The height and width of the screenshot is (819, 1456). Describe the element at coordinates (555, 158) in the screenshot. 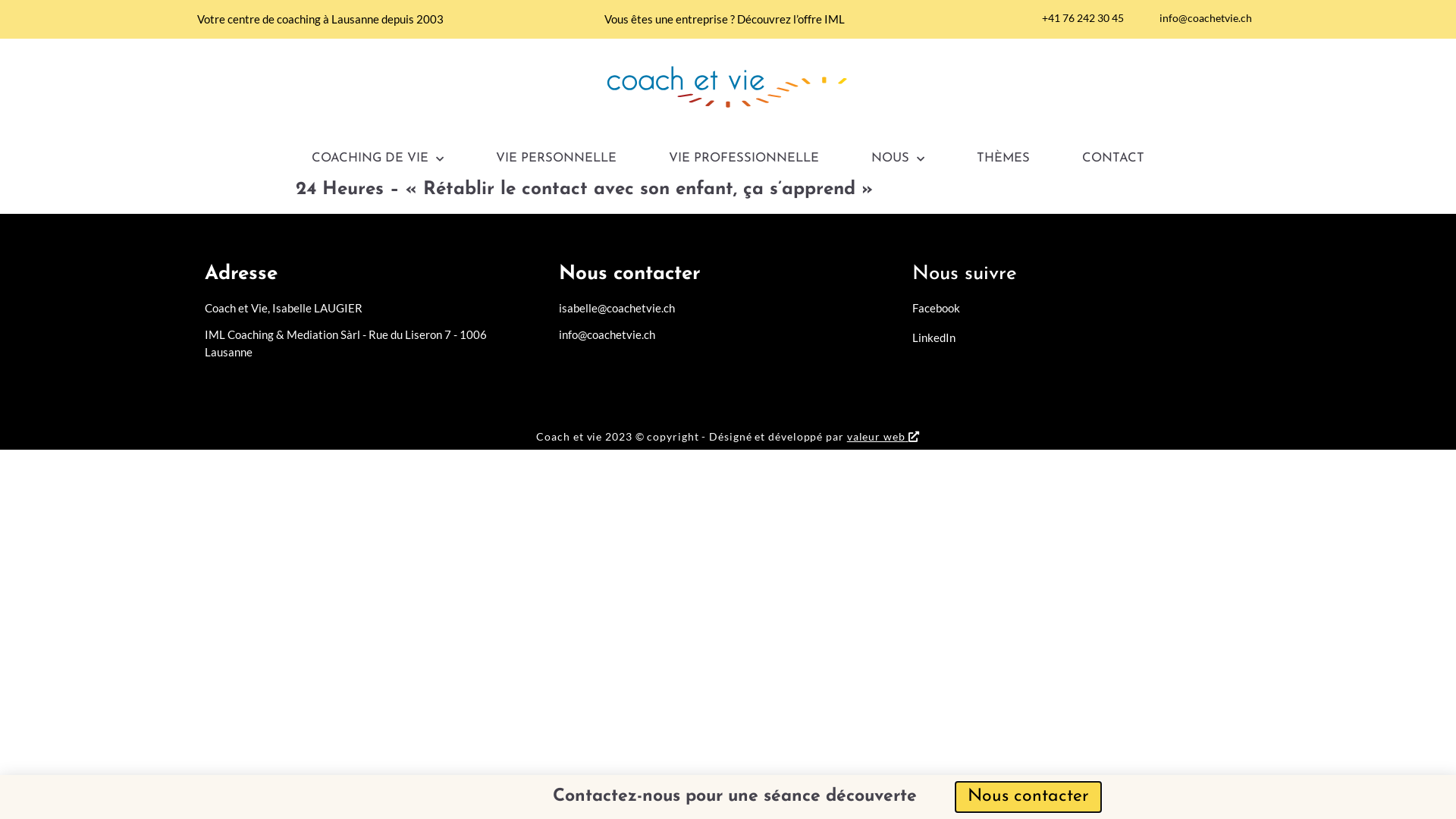

I see `'VIE PERSONNELLE'` at that location.